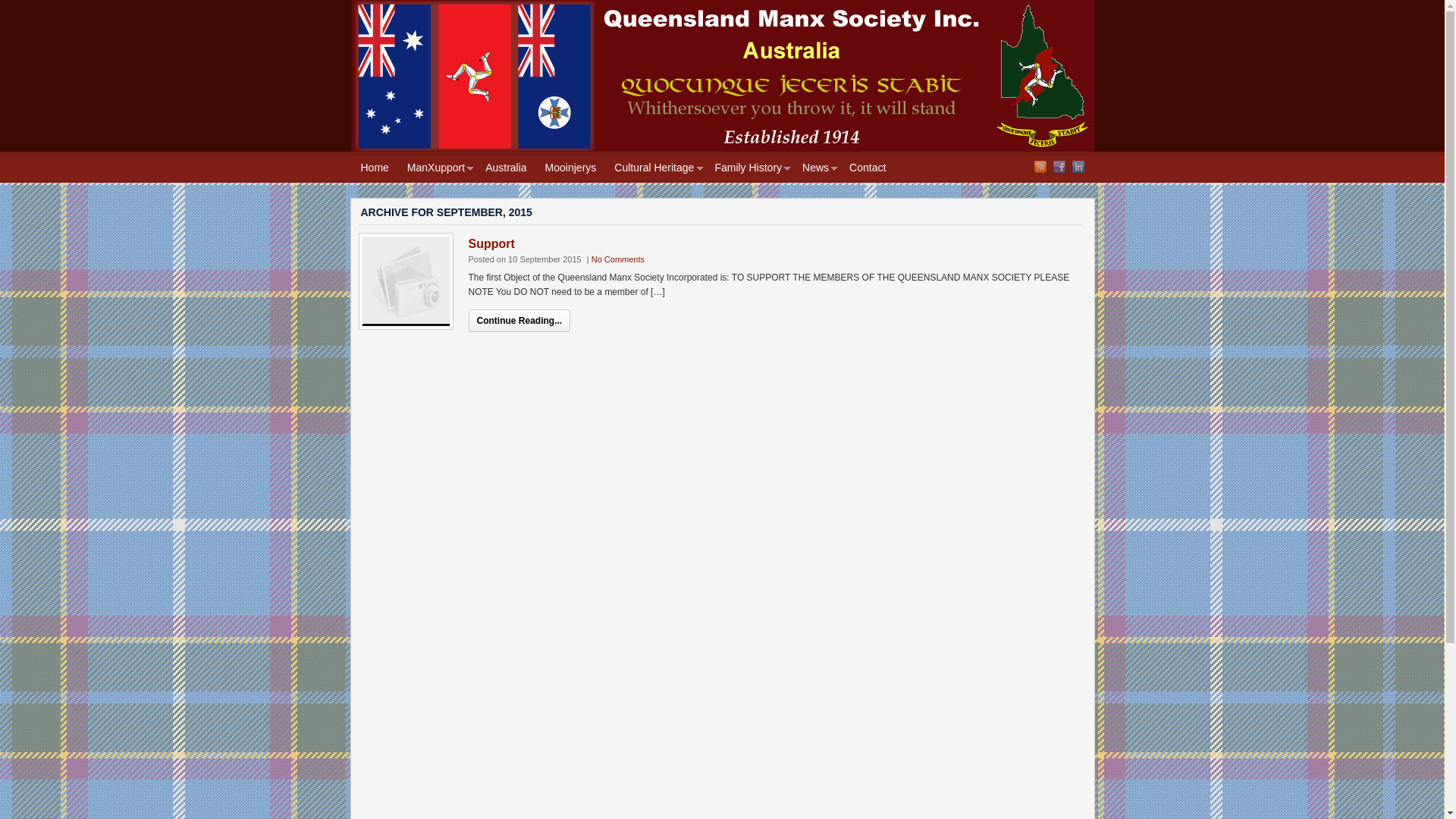 This screenshot has height=819, width=1456. What do you see at coordinates (1058, 166) in the screenshot?
I see `'Facebook'` at bounding box center [1058, 166].